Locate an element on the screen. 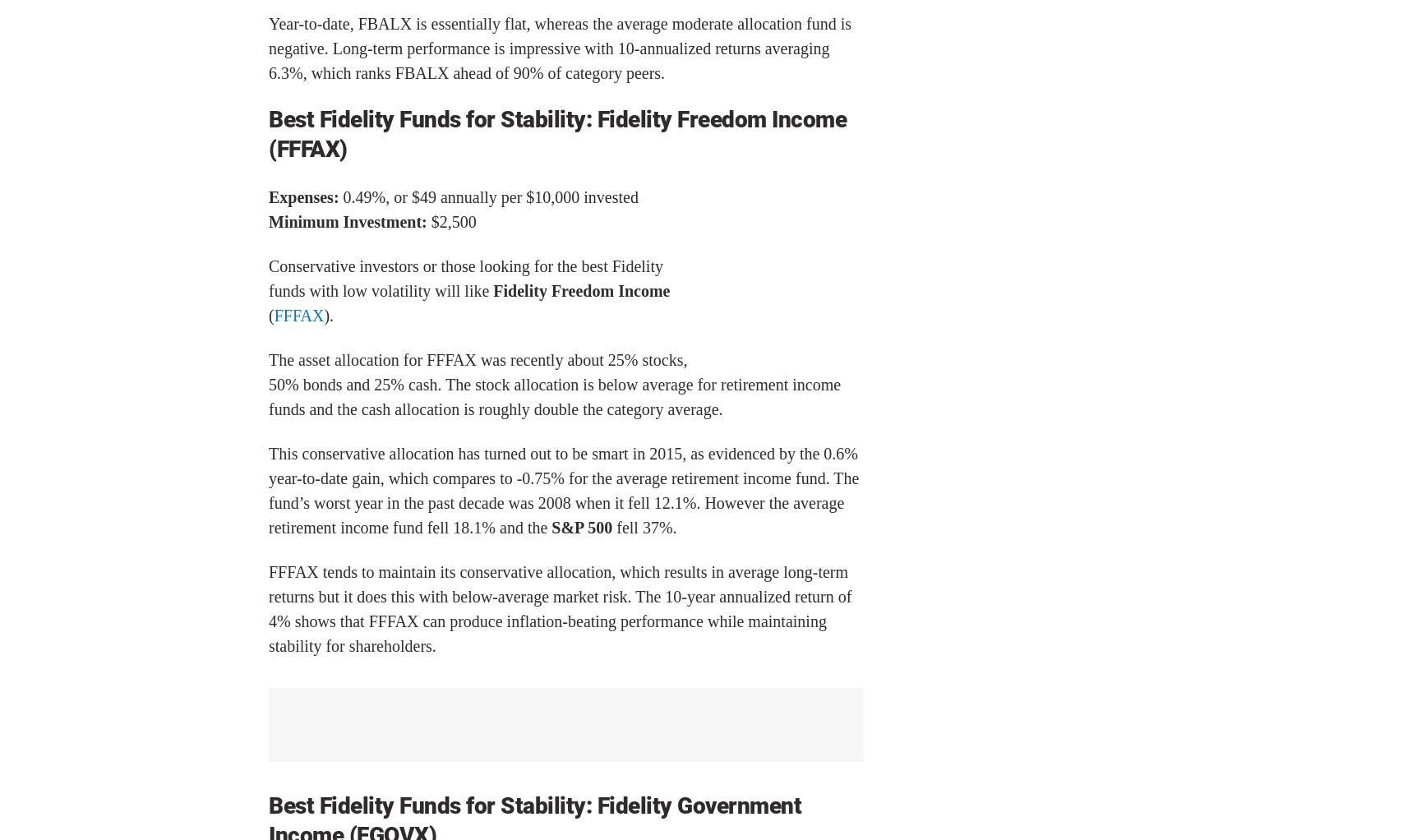 The width and height of the screenshot is (1412, 840). 'The asset allocation for FFFAX was recently about 25% stocks, 50% bonds and 25% cash. The stock allocation is below average for retirement income funds and the cash allocation is roughly double the category average.' is located at coordinates (555, 382).